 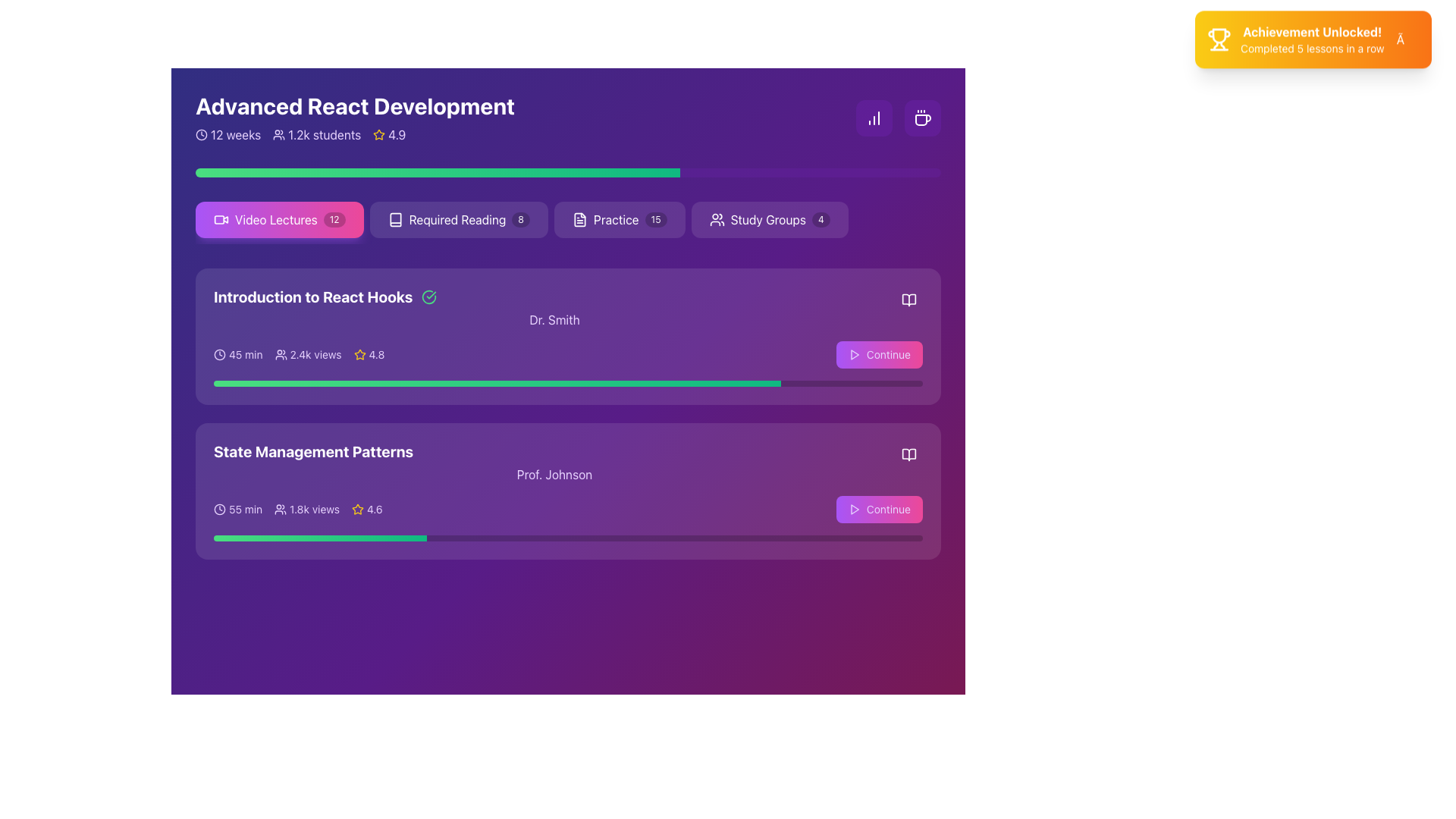 What do you see at coordinates (616, 219) in the screenshot?
I see `the Text Label located between 'Required Reading' and 'Study Groups'` at bounding box center [616, 219].